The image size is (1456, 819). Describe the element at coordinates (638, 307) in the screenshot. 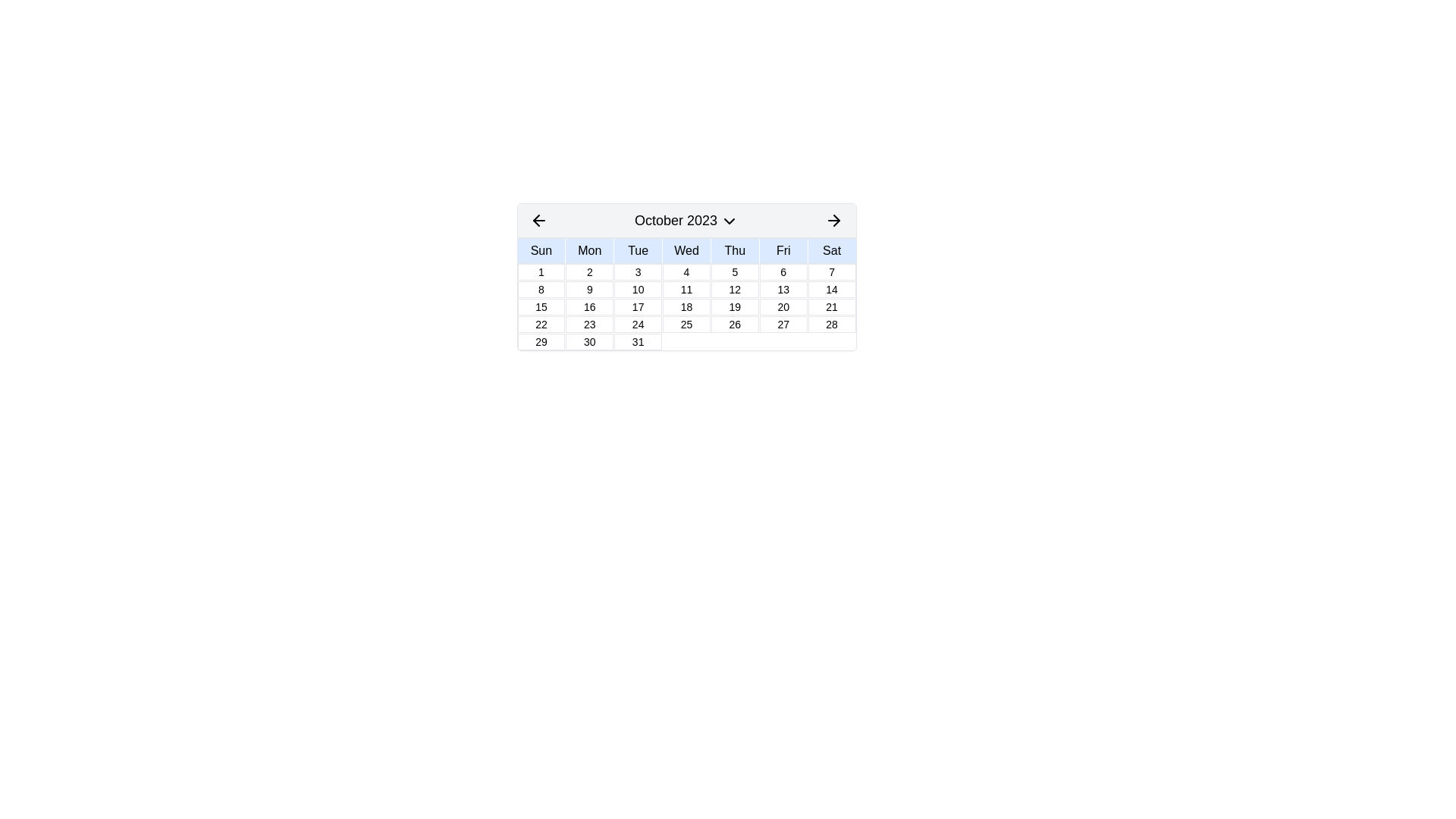

I see `the static text representing the date '17' in the third column of the third row in the calendar` at that location.